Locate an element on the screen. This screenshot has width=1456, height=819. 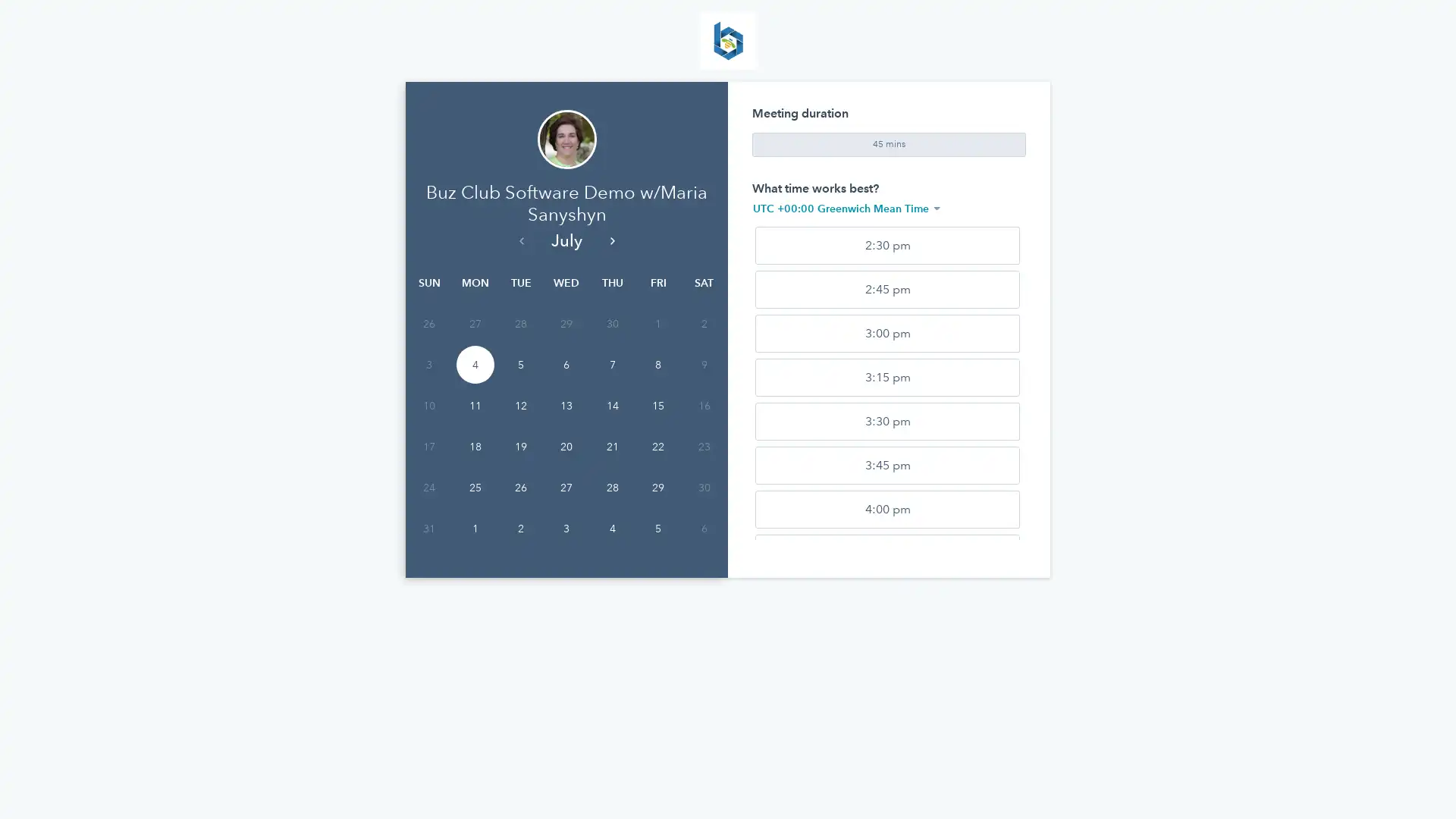
August 1st is located at coordinates (473, 528).